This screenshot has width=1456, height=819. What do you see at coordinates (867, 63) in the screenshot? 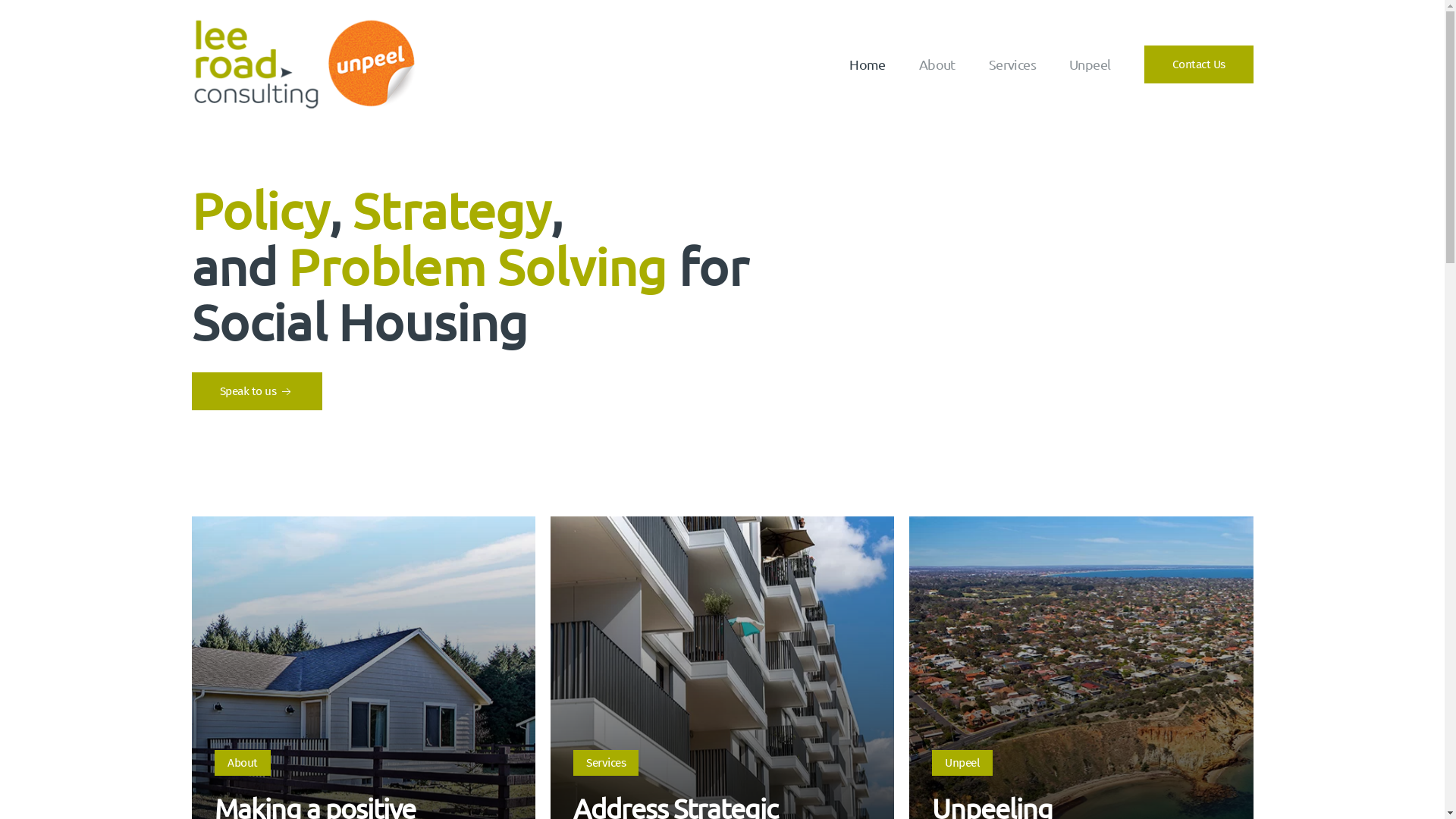
I see `'Home'` at bounding box center [867, 63].